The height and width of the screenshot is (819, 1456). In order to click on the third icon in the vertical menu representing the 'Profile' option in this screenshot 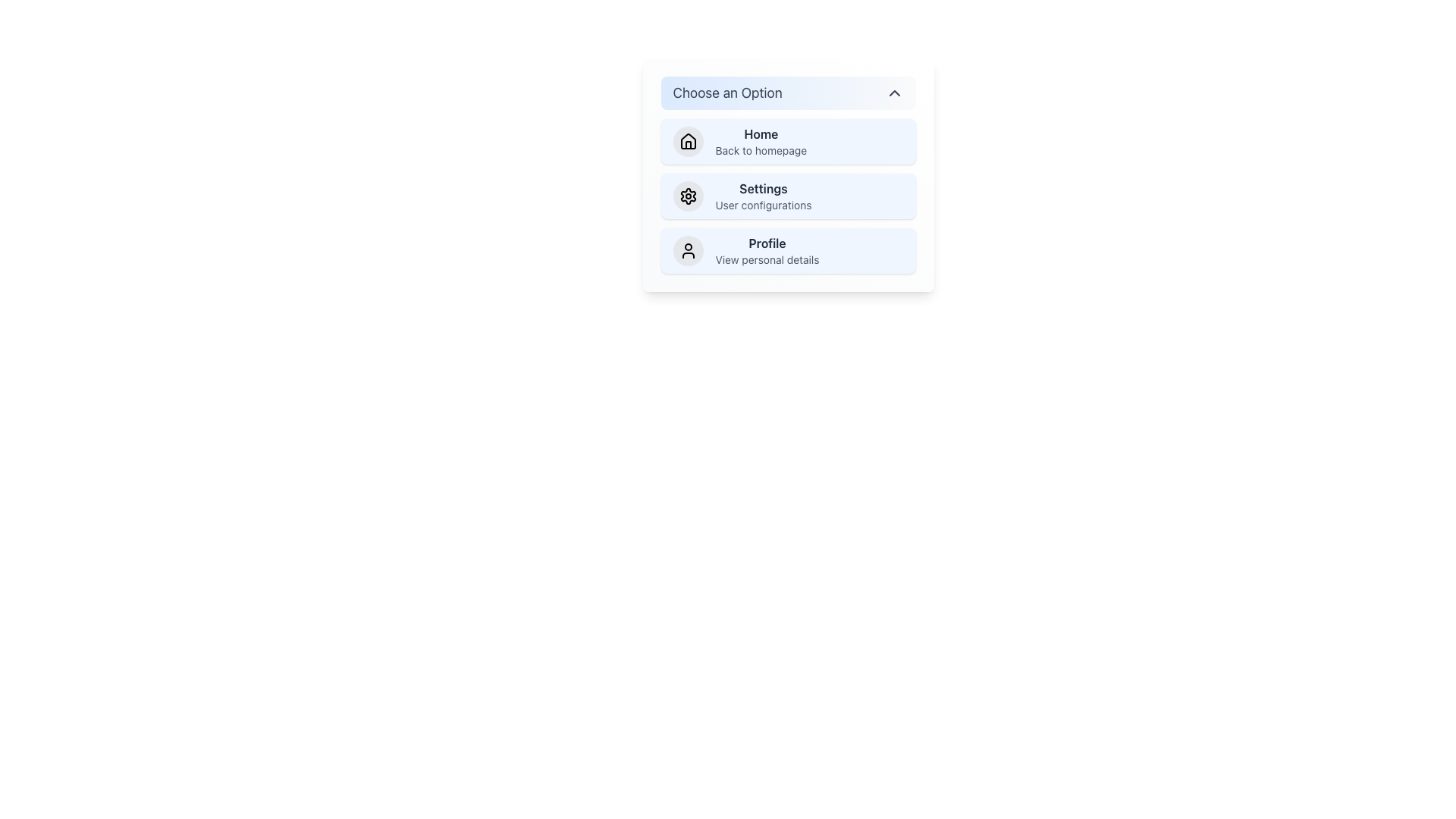, I will do `click(687, 250)`.